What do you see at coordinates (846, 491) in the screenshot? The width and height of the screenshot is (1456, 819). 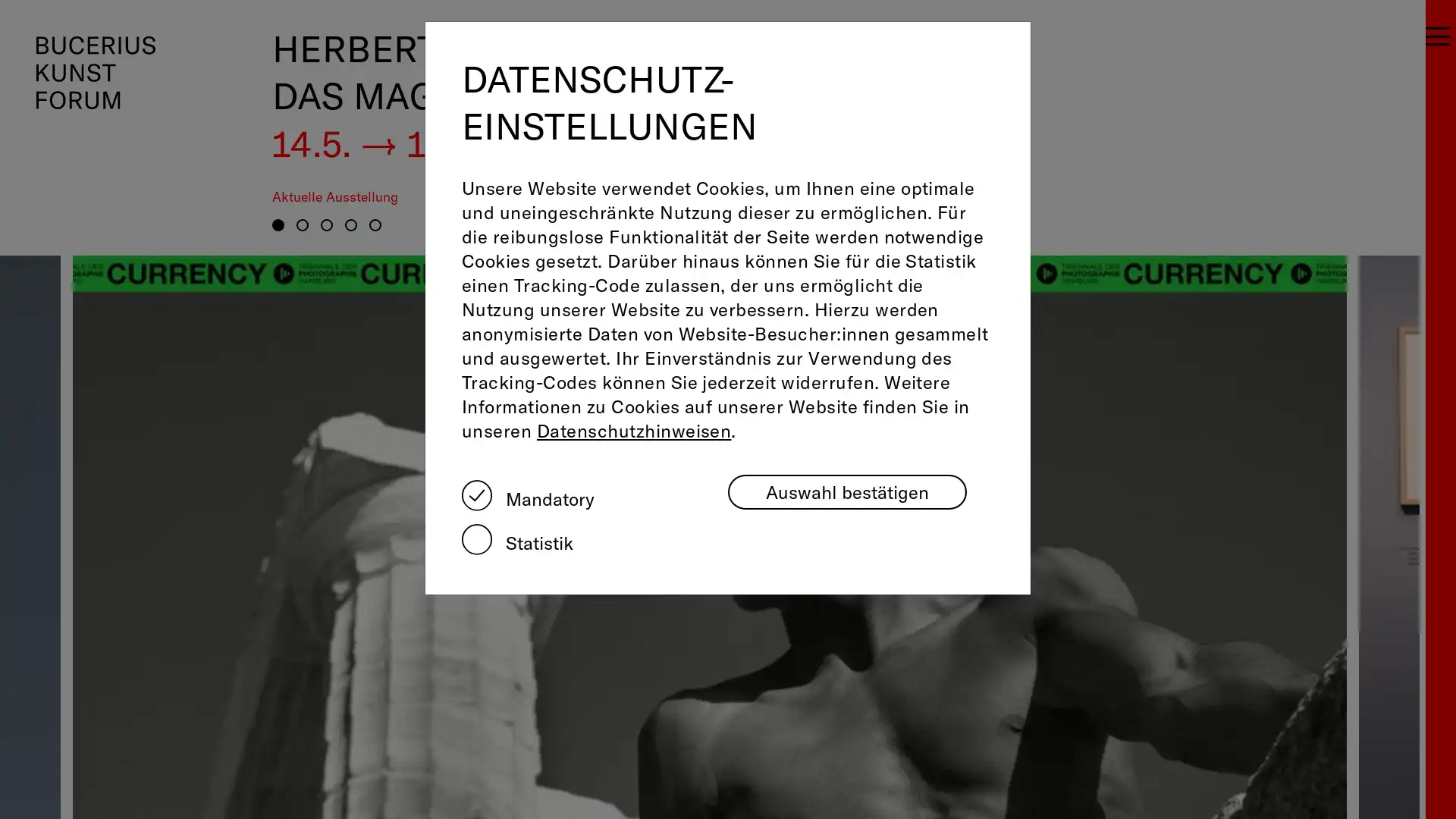 I see `Auswahl bestatigen` at bounding box center [846, 491].